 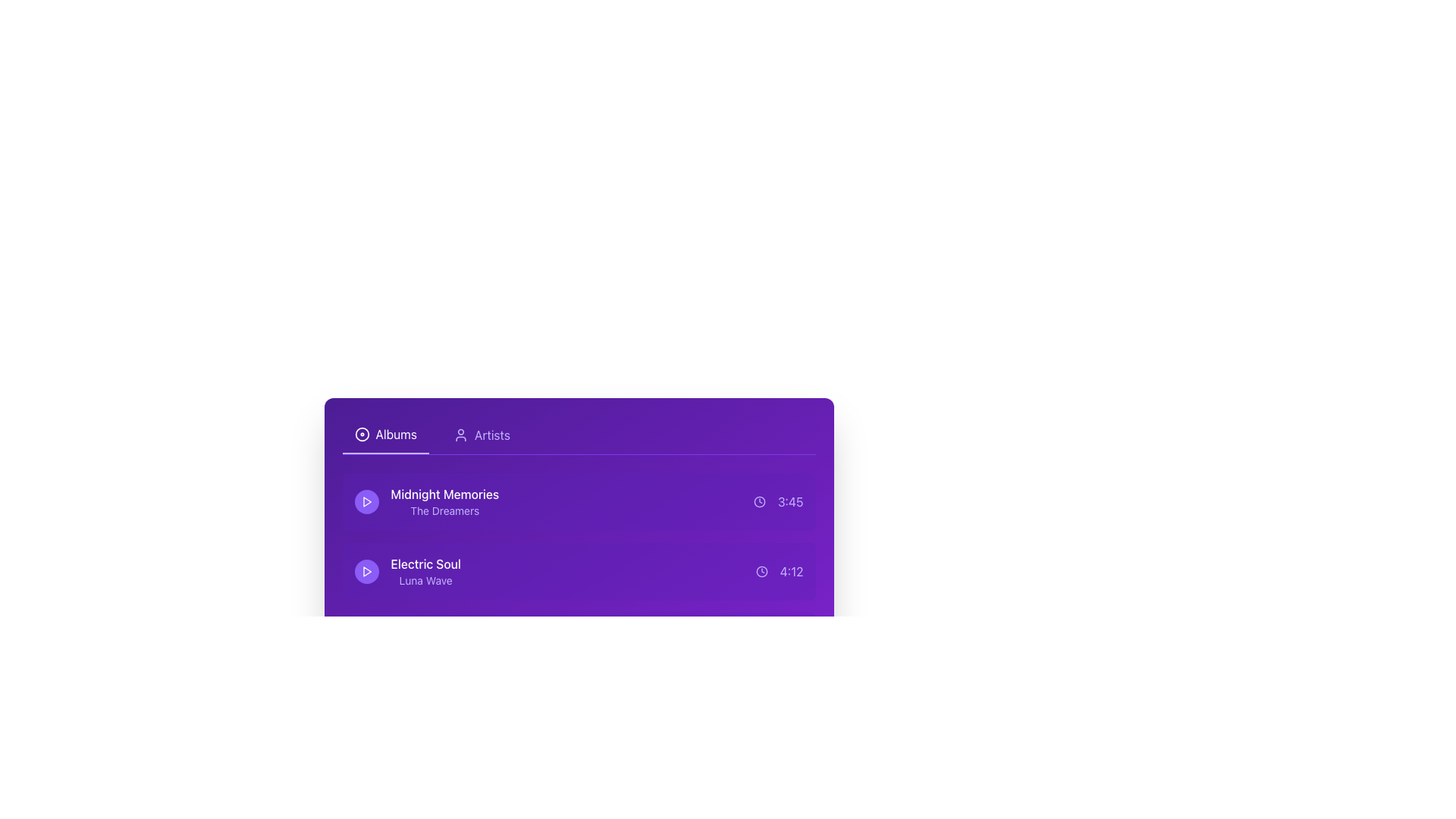 What do you see at coordinates (492, 435) in the screenshot?
I see `the 'Artists' text label located in the navigation bar, which is the second item from the left` at bounding box center [492, 435].